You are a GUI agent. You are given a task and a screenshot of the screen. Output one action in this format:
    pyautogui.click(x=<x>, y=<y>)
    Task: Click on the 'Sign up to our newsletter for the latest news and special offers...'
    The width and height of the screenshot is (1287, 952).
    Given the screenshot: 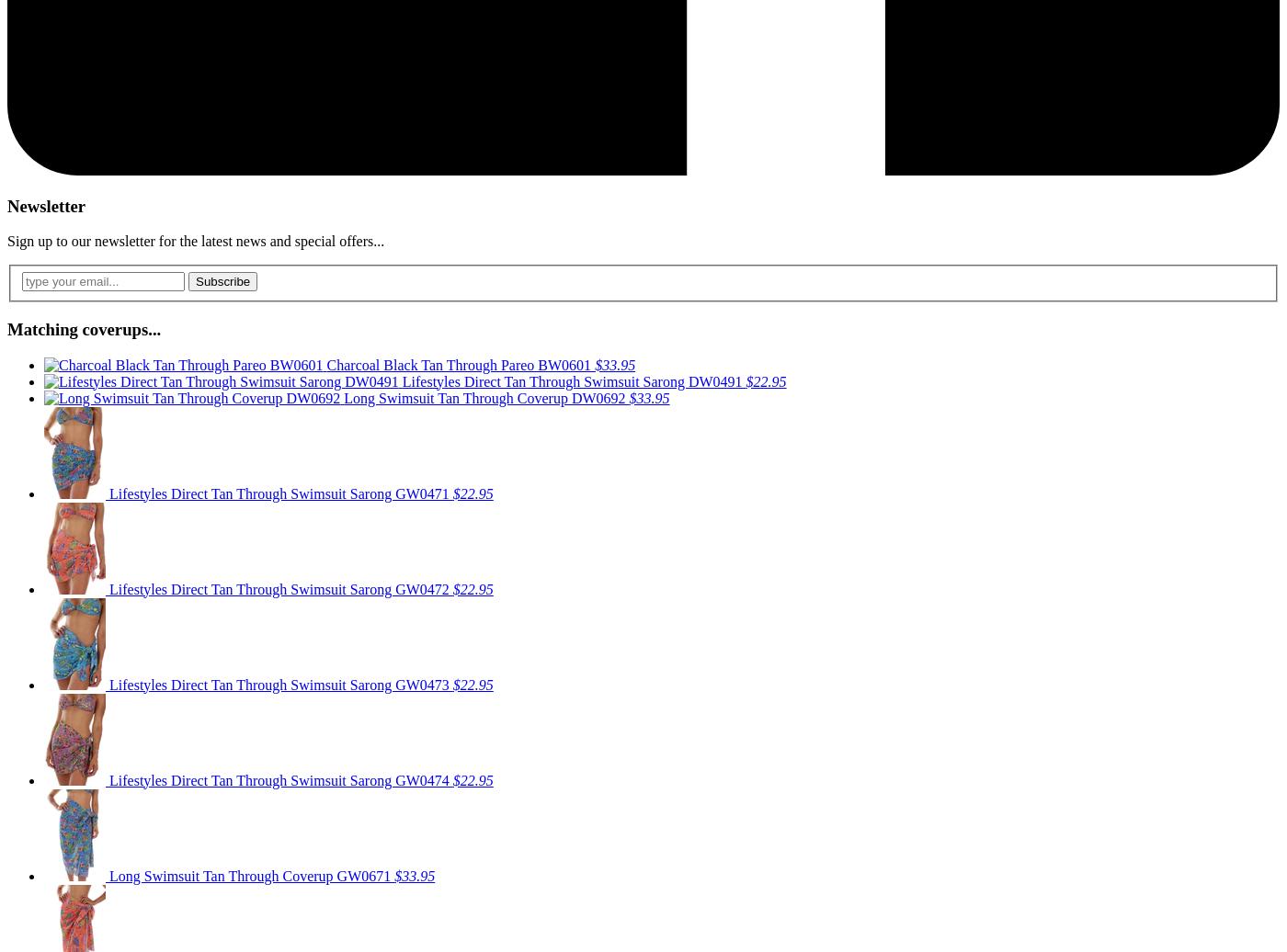 What is the action you would take?
    pyautogui.click(x=6, y=241)
    